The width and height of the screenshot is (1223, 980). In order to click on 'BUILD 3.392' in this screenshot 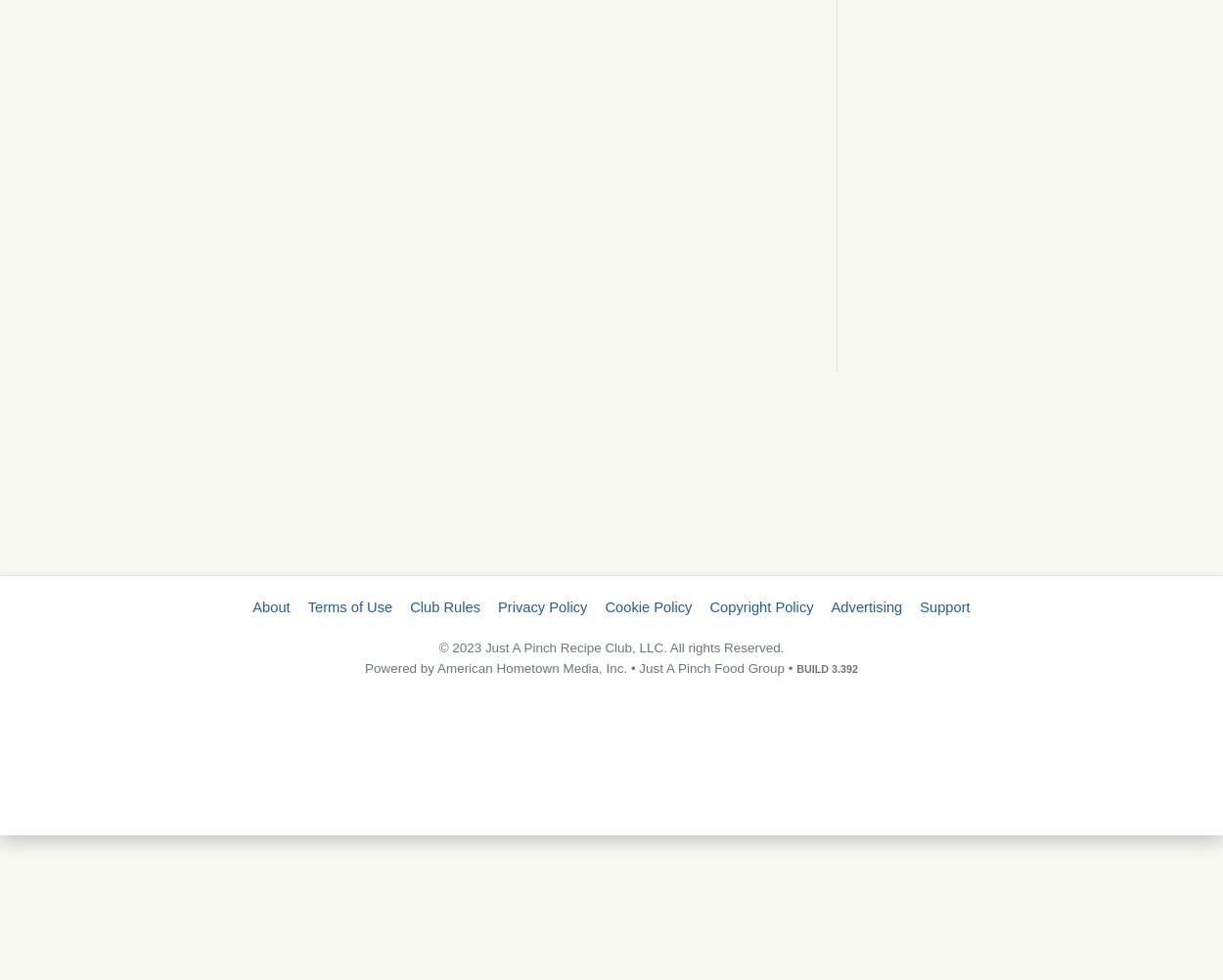, I will do `click(826, 667)`.